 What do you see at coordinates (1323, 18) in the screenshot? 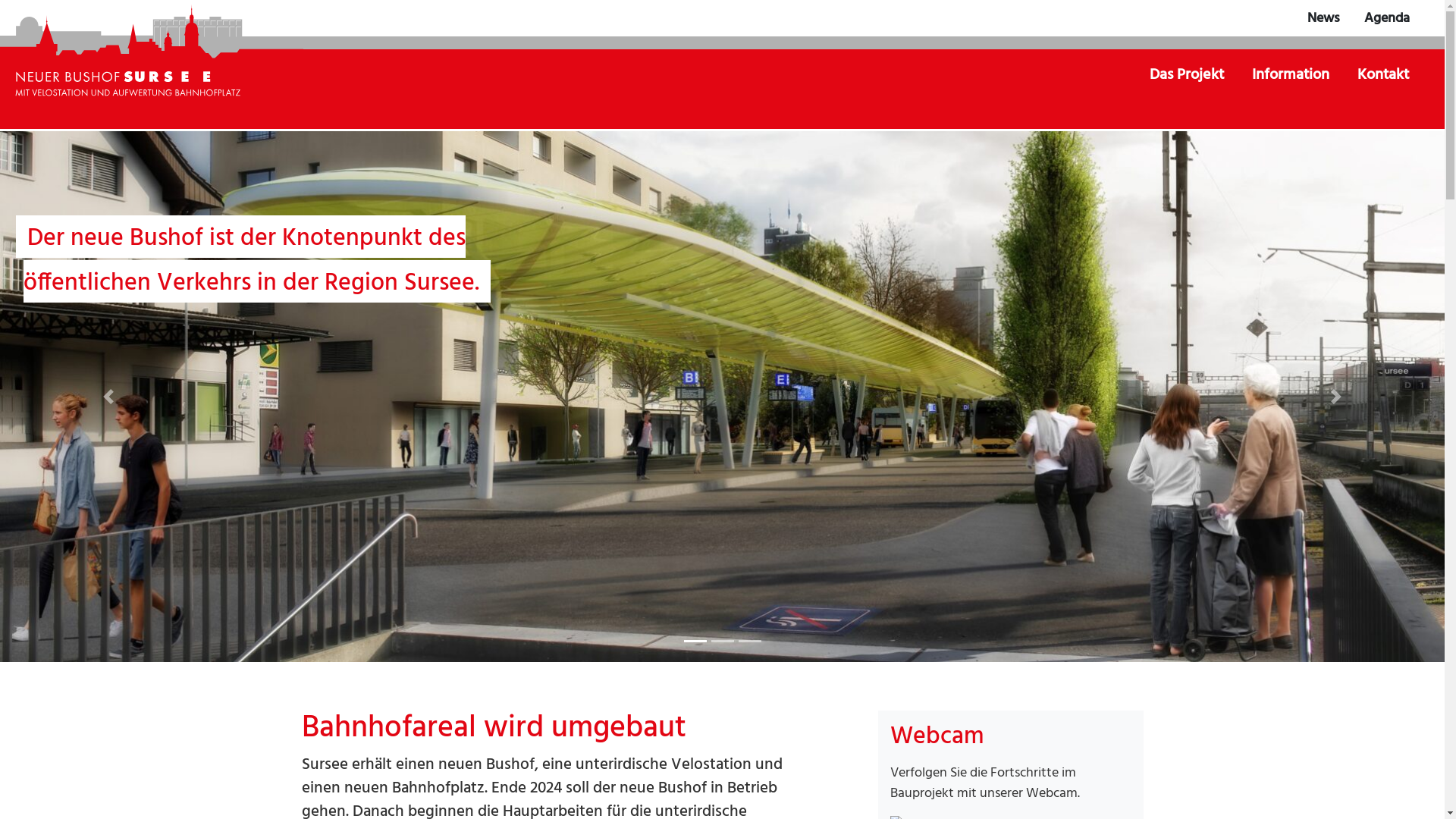
I see `'News'` at bounding box center [1323, 18].